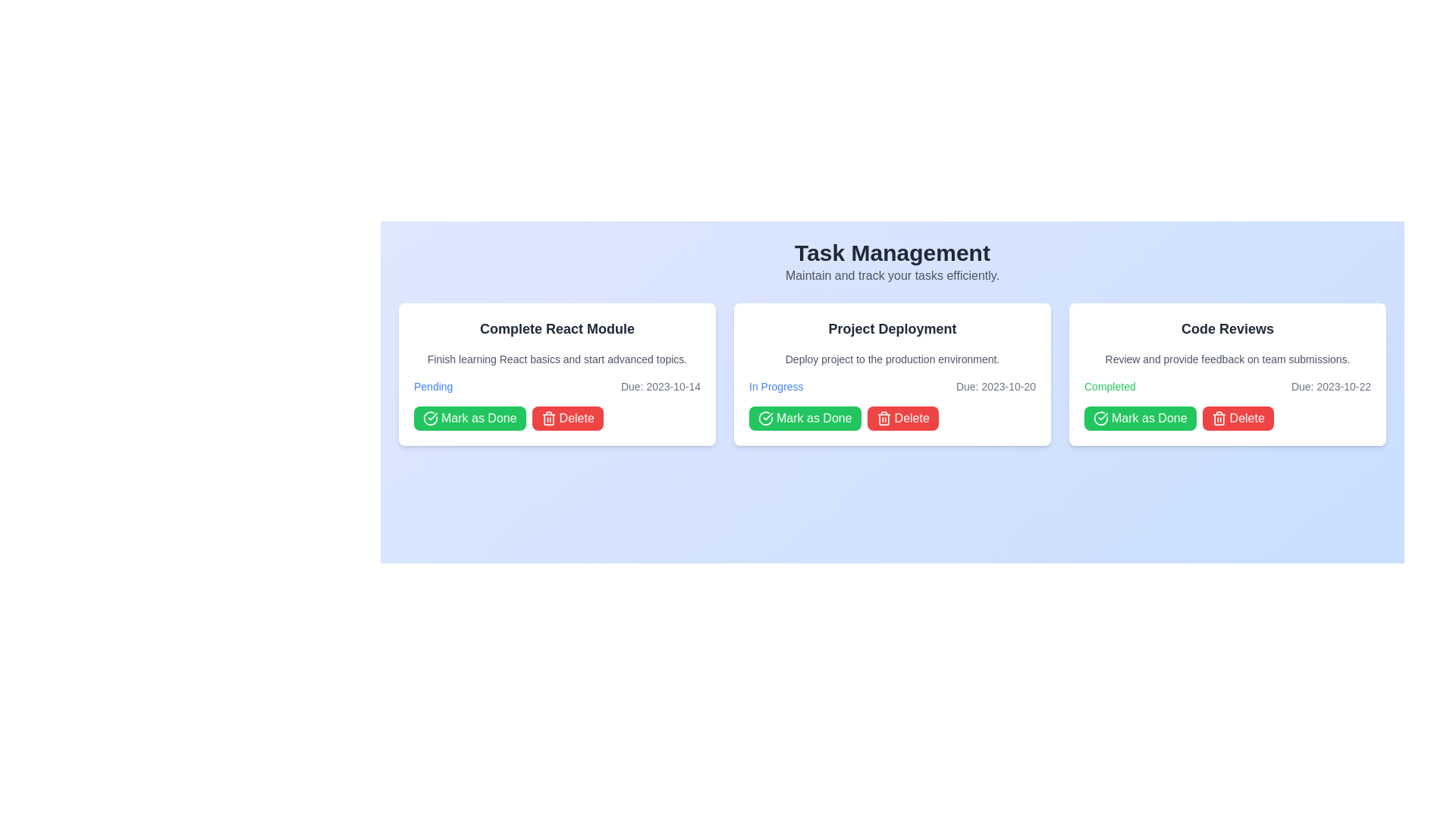  What do you see at coordinates (776, 385) in the screenshot?
I see `the text label that reads 'In Progress', which is styled in a medium-sized, blue, sans-serif font, located on the 'Project Deployment' module card, positioned just below the task description` at bounding box center [776, 385].